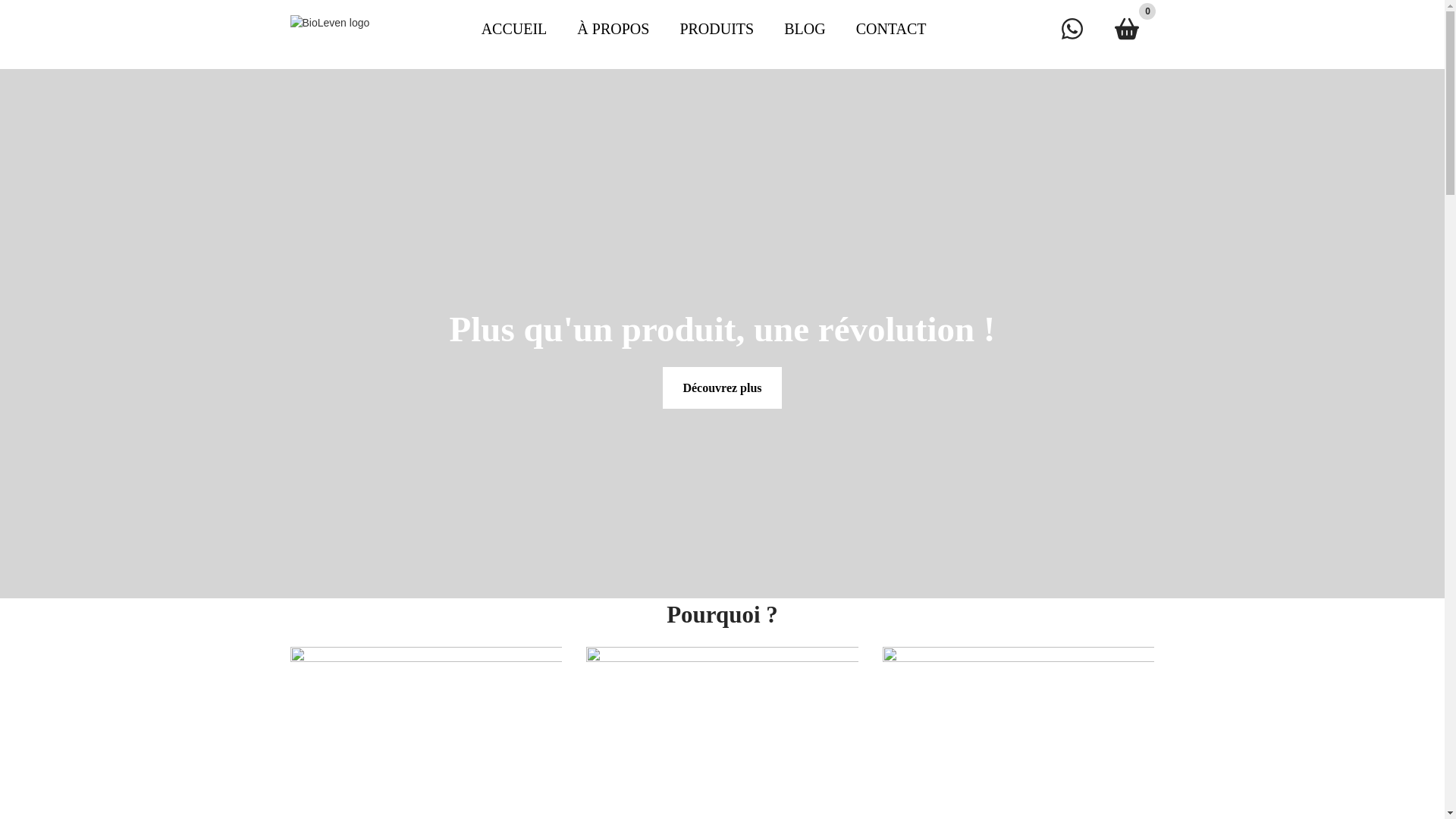  Describe the element at coordinates (514, 29) in the screenshot. I see `'ACCUEIL'` at that location.